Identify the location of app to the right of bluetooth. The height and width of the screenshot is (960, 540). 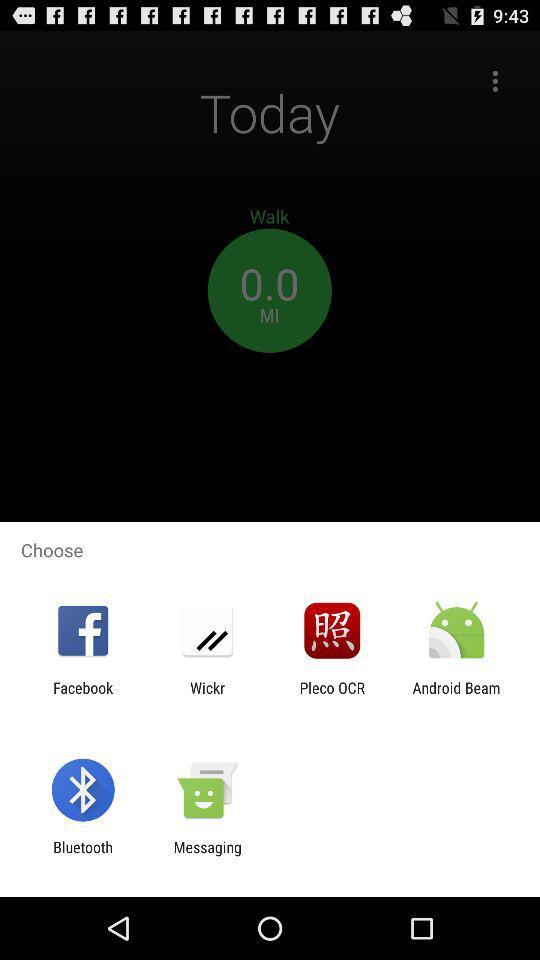
(206, 855).